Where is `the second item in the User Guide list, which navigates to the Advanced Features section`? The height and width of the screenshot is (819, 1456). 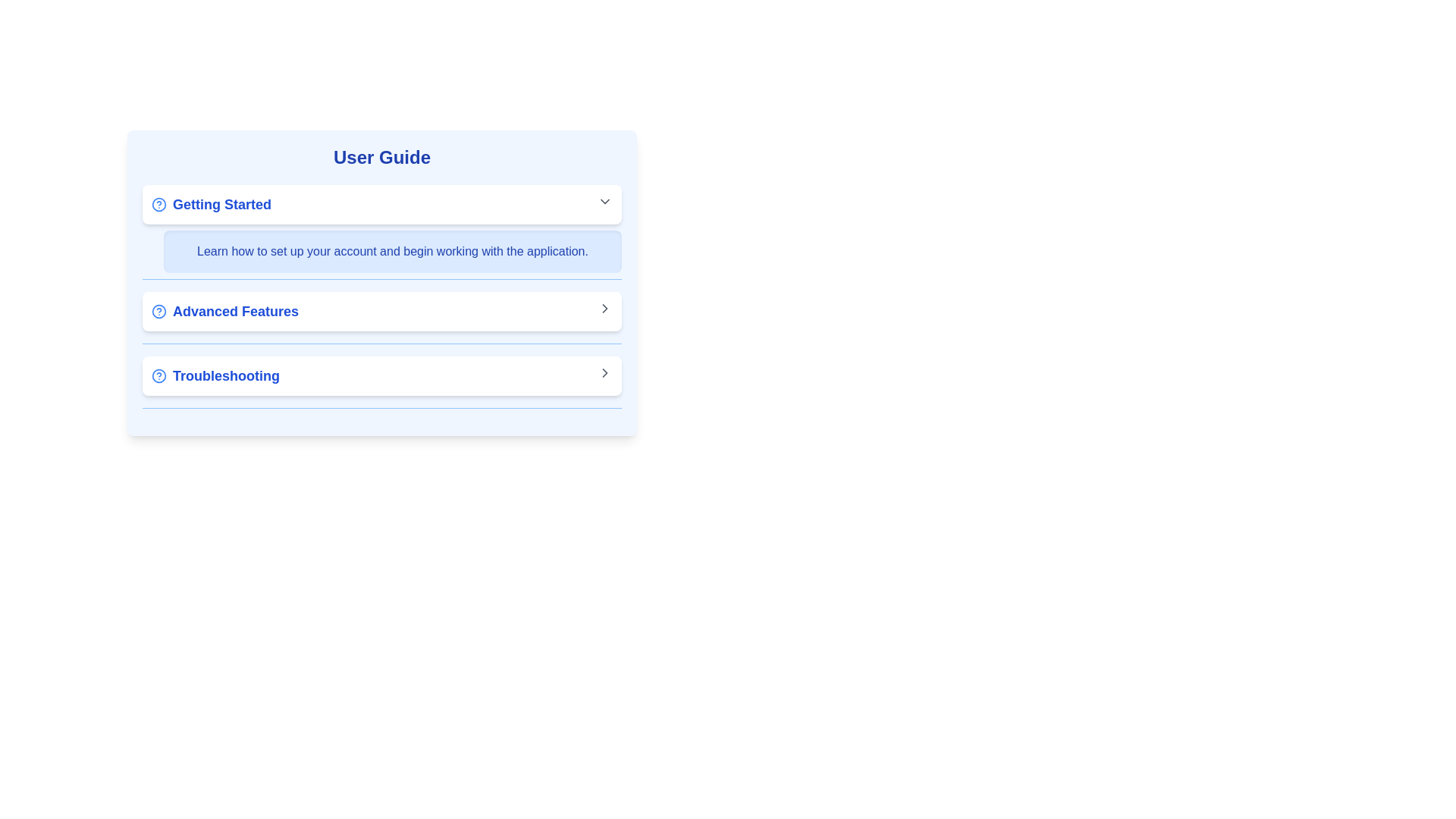
the second item in the User Guide list, which navigates to the Advanced Features section is located at coordinates (382, 317).